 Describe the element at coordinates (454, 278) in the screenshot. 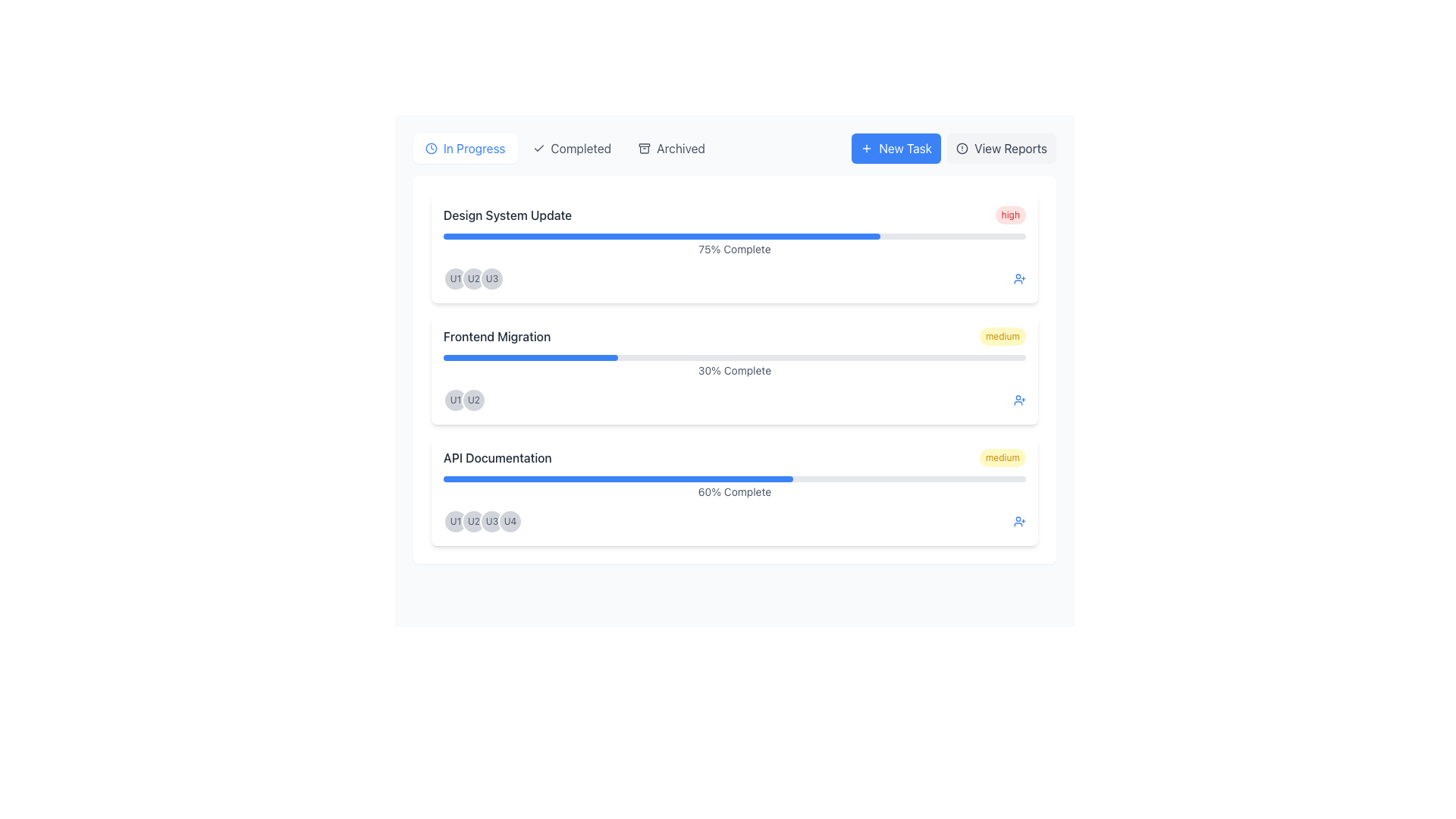

I see `the contents of the text element displaying 'U1' in light-gray color, located at the center of a circular background within the second task row labeled 'Frontend Migration'` at that location.